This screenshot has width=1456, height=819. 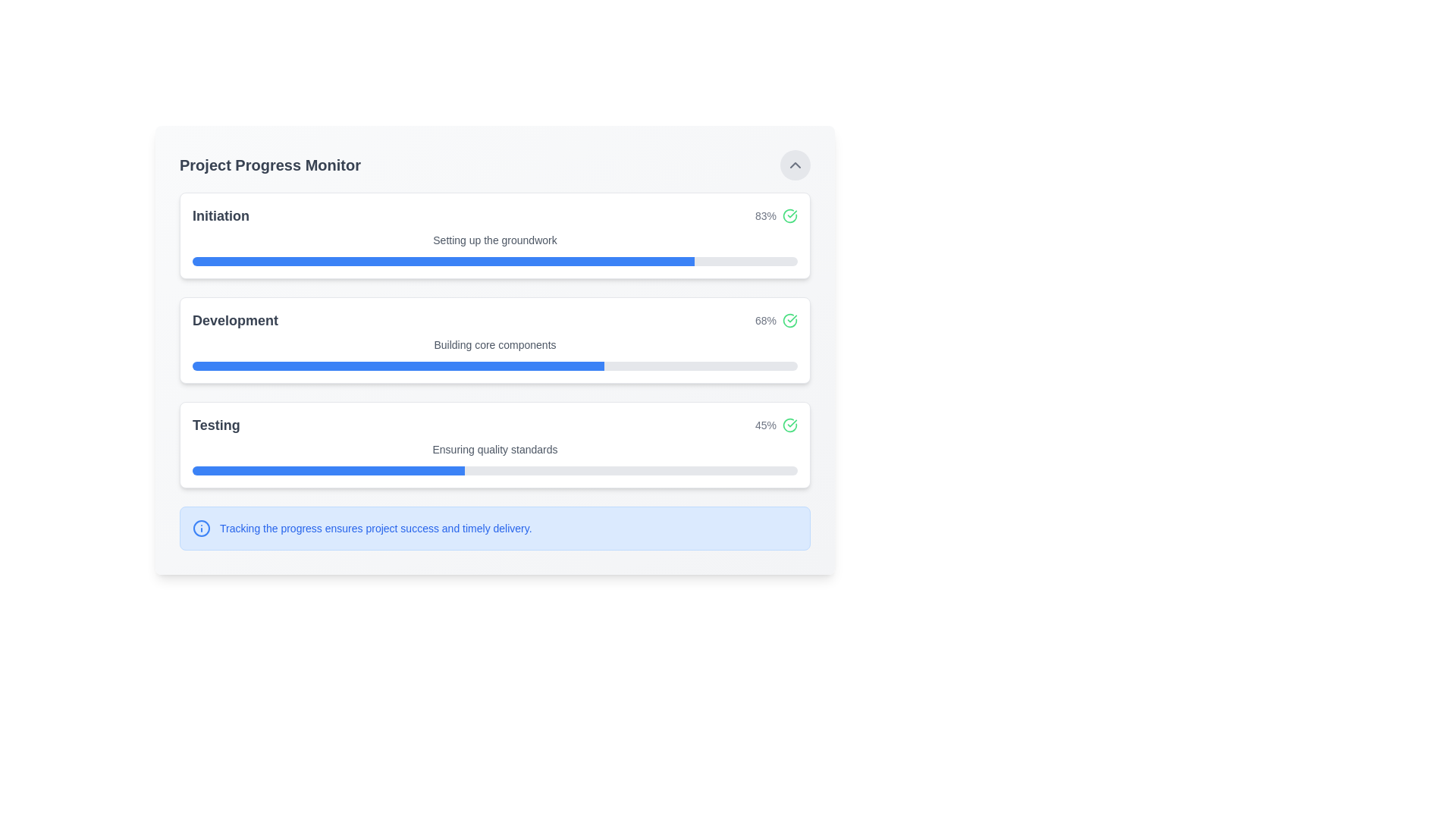 I want to click on the text label displaying '45%' in a small gray font, located in the bottom row of the 'Testing' section, next to a green checkmark icon, so click(x=765, y=425).